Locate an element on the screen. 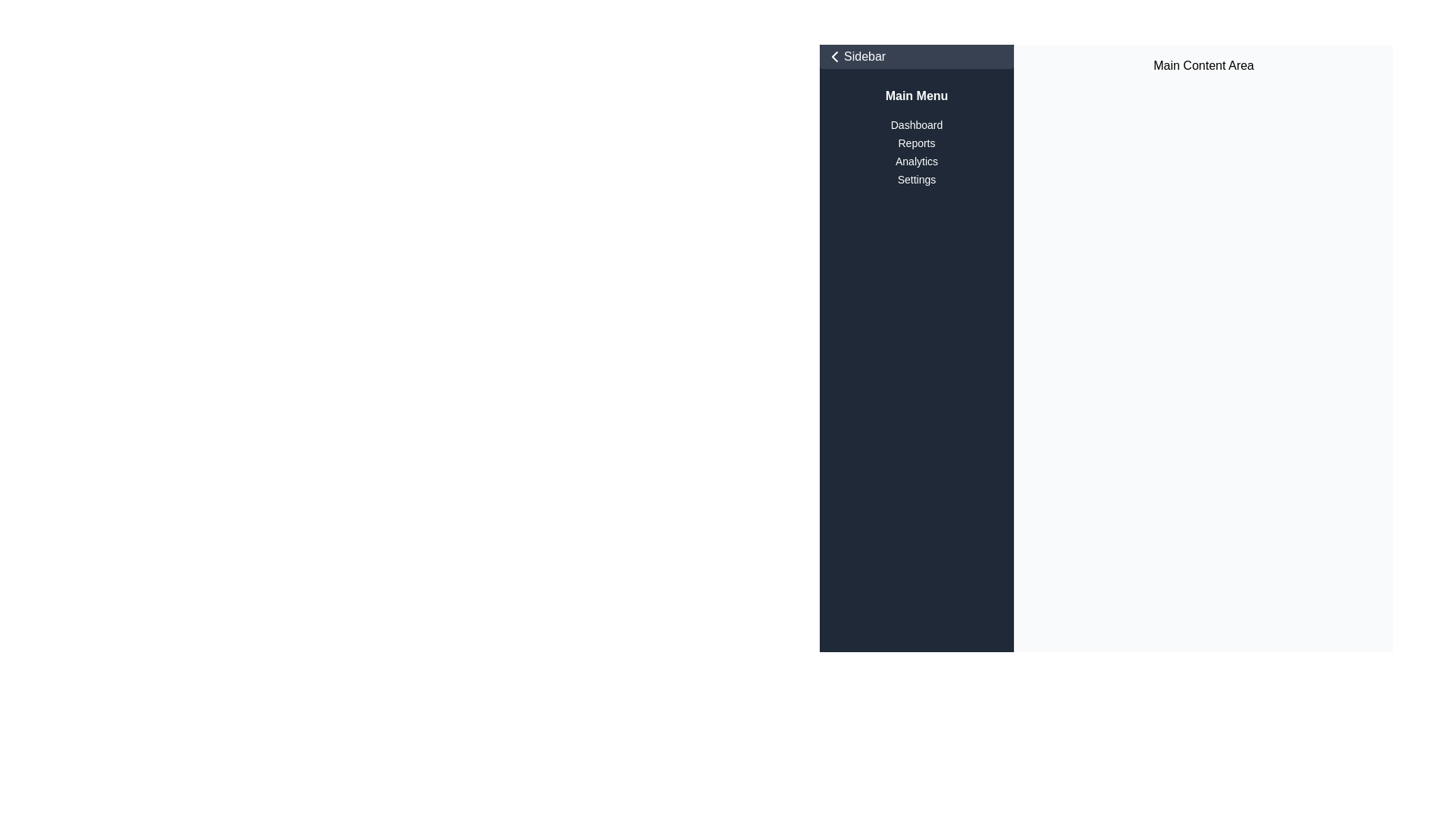 This screenshot has width=1456, height=819. the 'Settings' text label in the sidebar is located at coordinates (916, 178).